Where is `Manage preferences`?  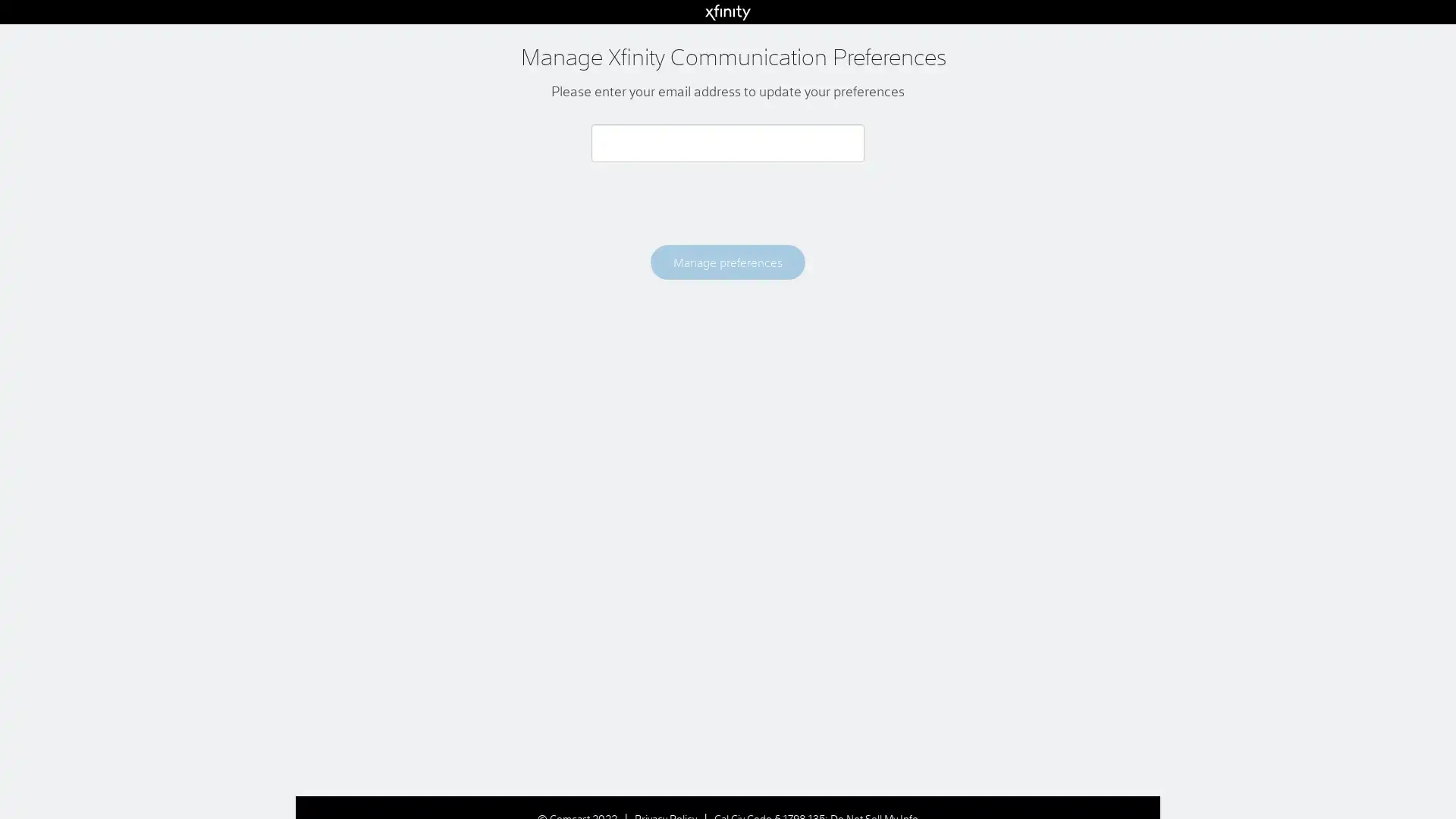
Manage preferences is located at coordinates (726, 261).